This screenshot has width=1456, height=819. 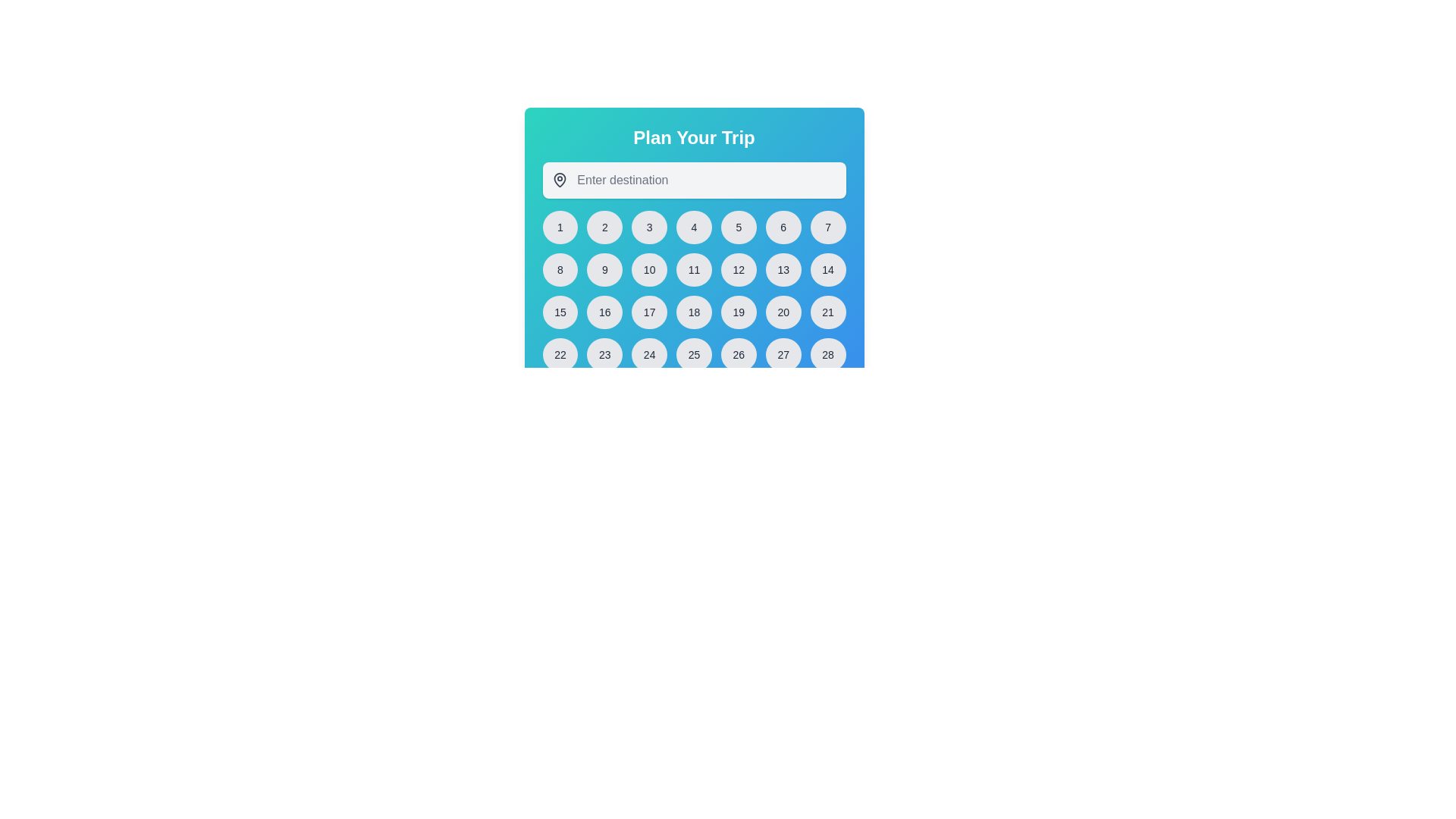 I want to click on the circular button with a light gray background and dark text showing the number '17', so click(x=649, y=312).